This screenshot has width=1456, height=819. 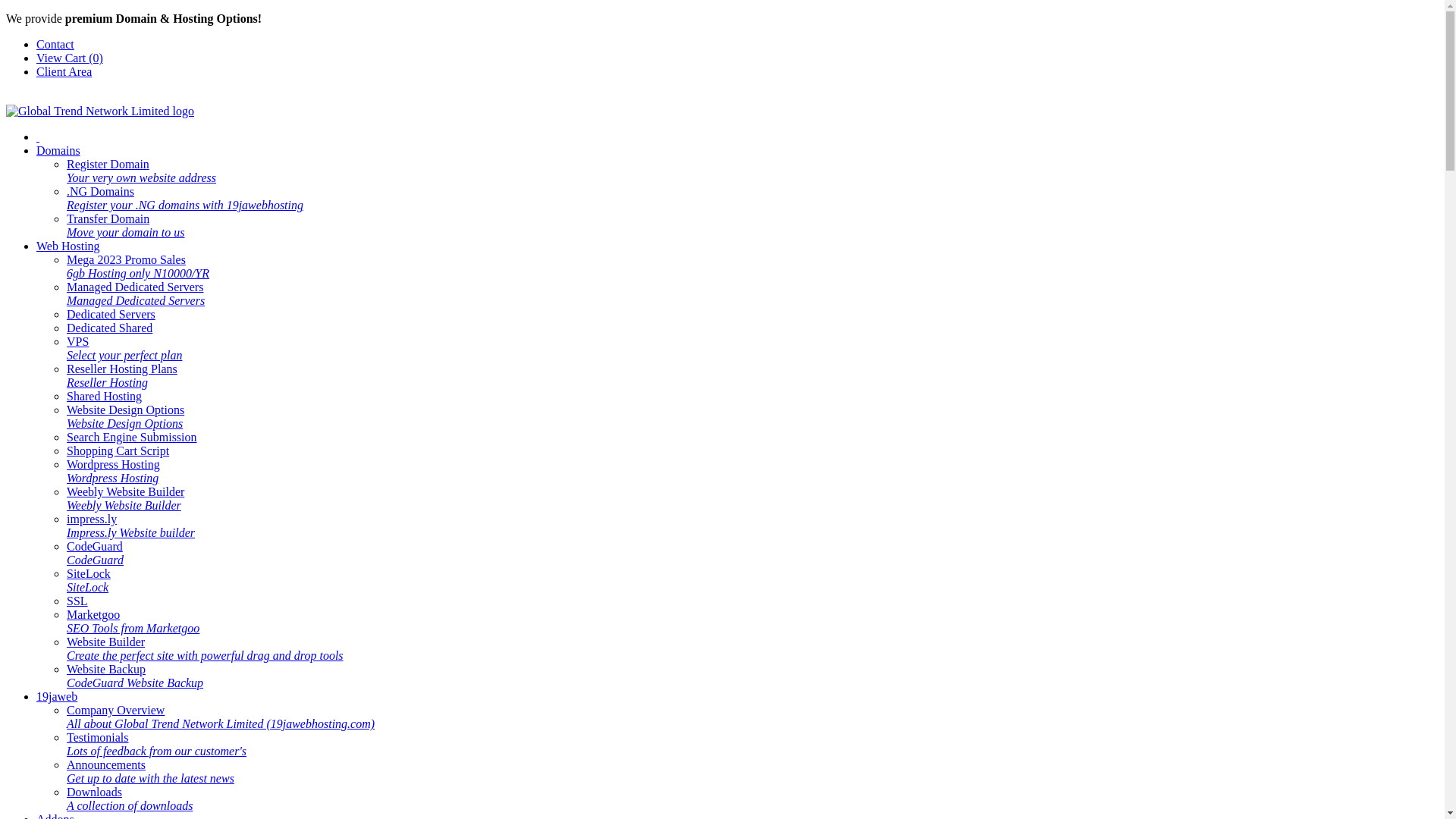 What do you see at coordinates (112, 470) in the screenshot?
I see `'Wordpress Hosting` at bounding box center [112, 470].